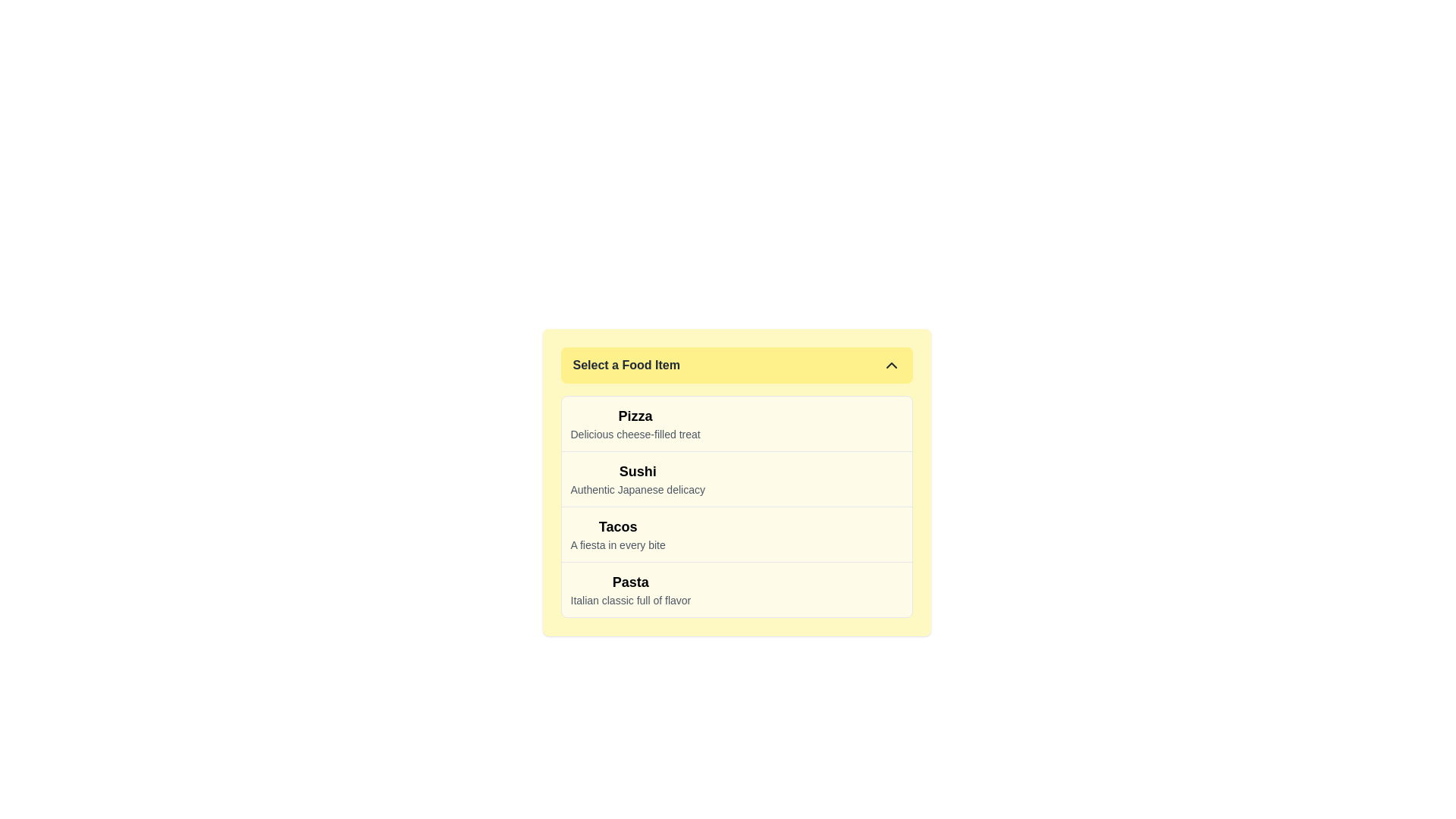  I want to click on the descriptive tagline for the 'Tacos' entry located beneath the main title within the 'Select a Food Item' dropdown menu, so click(618, 544).